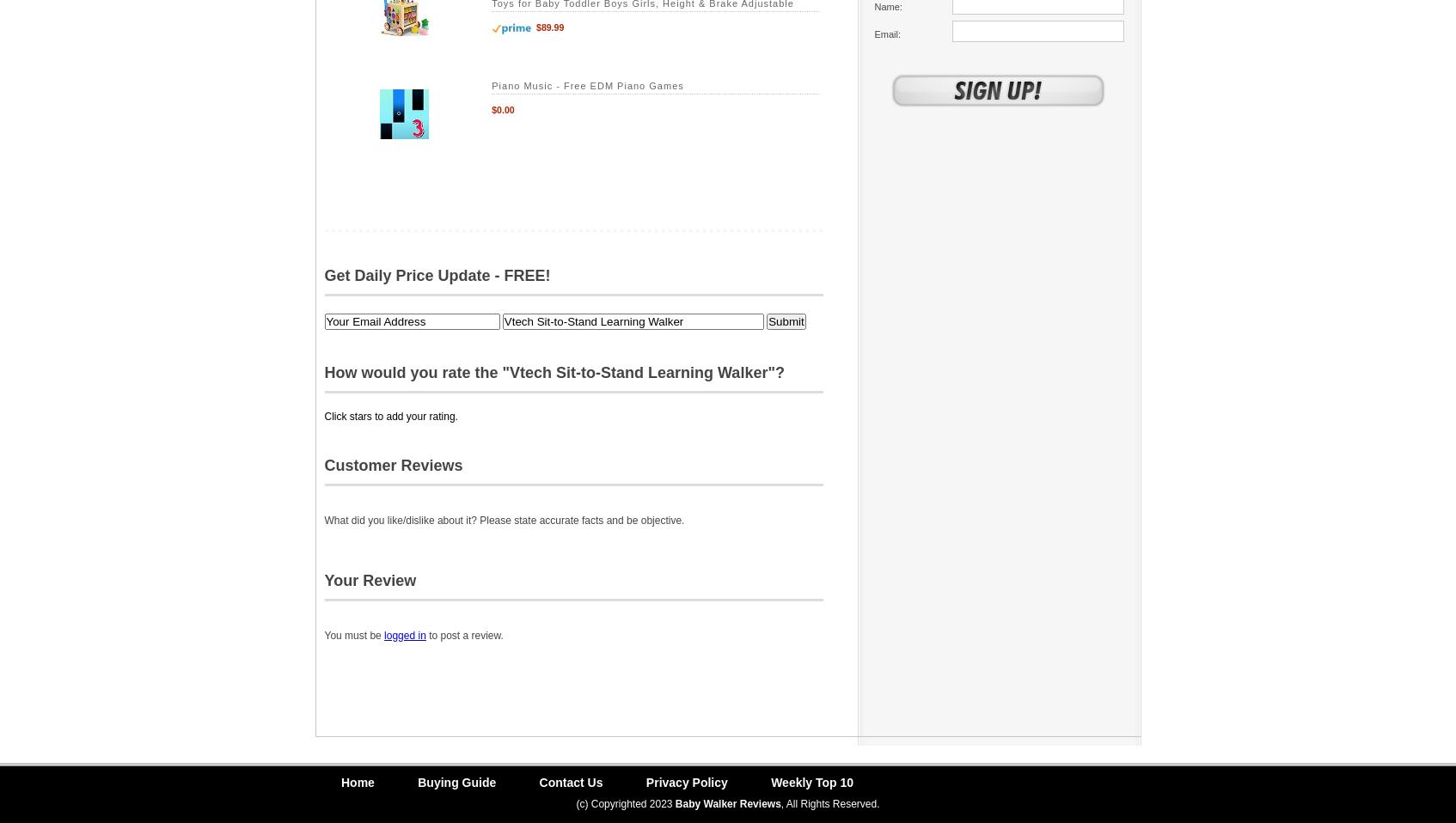 The width and height of the screenshot is (1456, 823). What do you see at coordinates (873, 32) in the screenshot?
I see `'Email:'` at bounding box center [873, 32].